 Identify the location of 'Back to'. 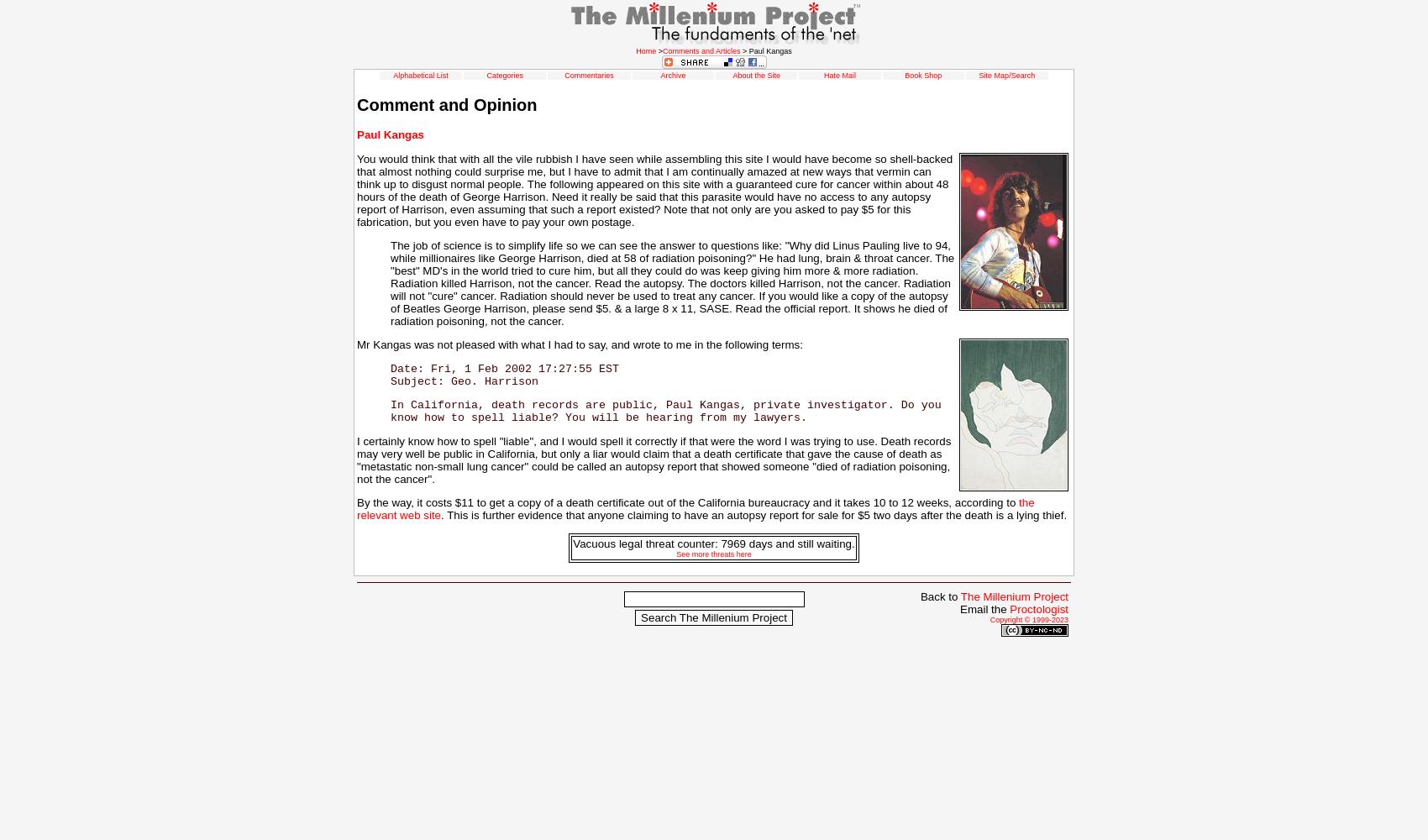
(939, 596).